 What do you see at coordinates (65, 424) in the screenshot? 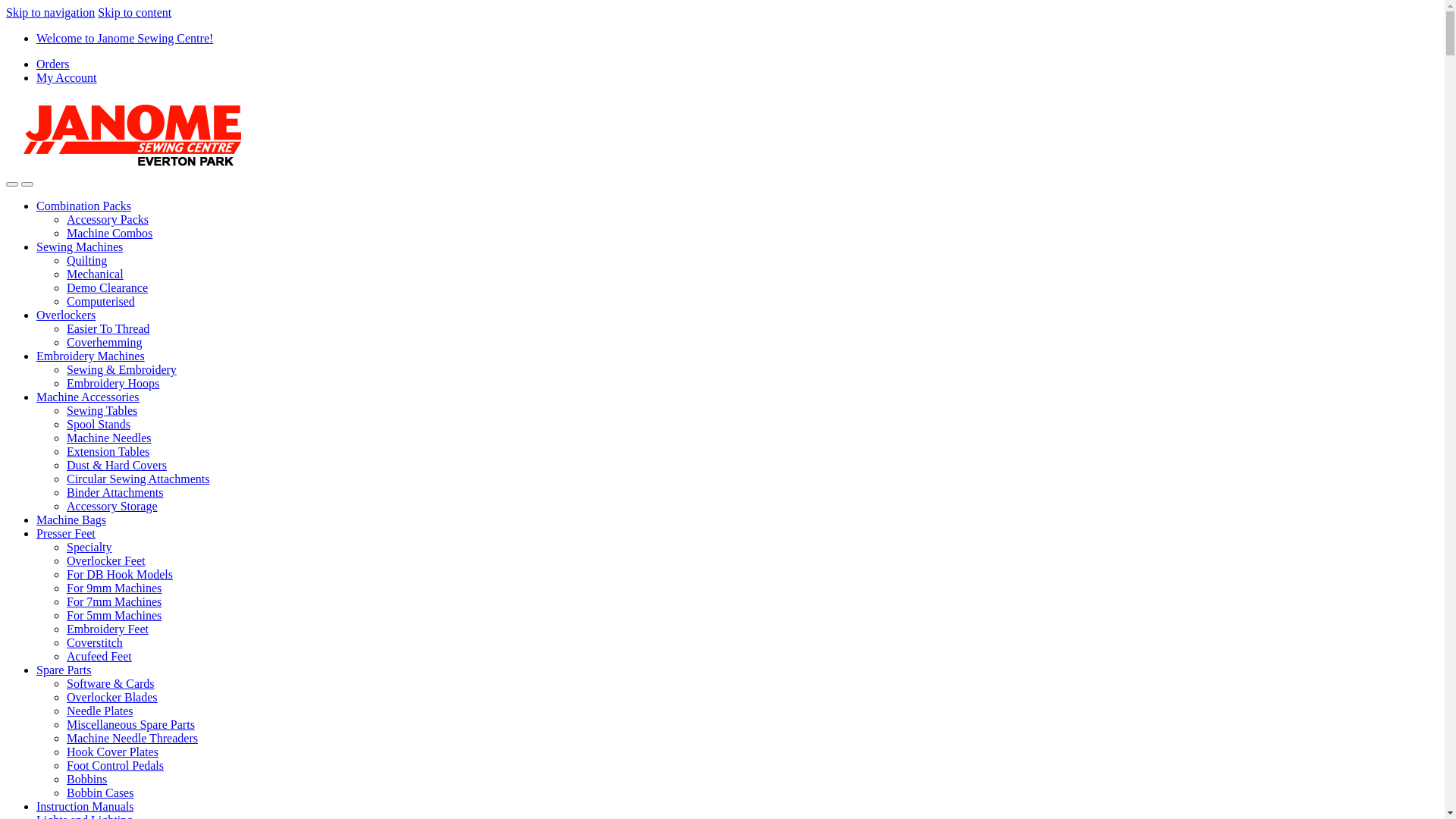
I see `'Spool Stands'` at bounding box center [65, 424].